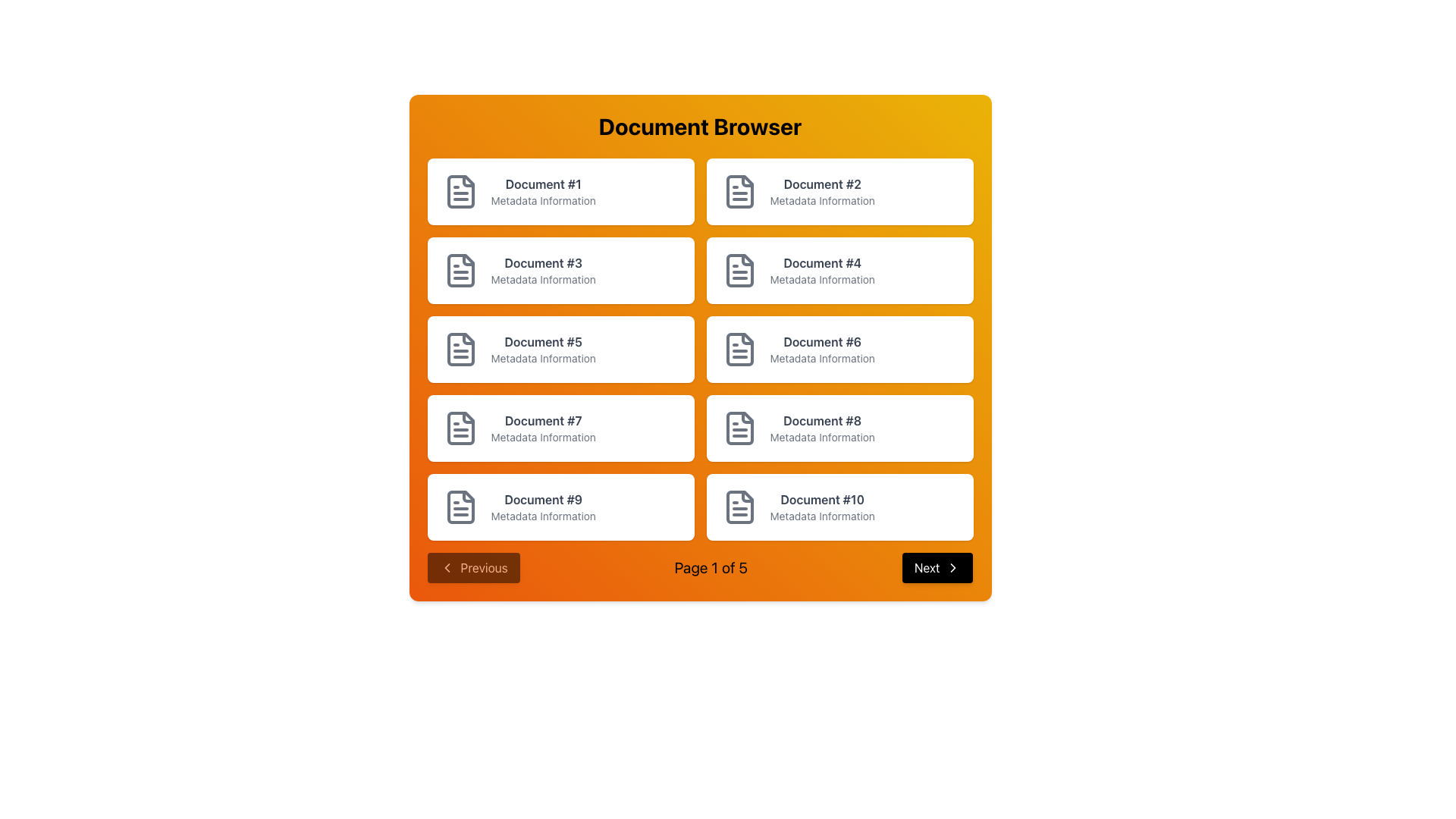  I want to click on the document icon representing 'Document #3', which is styled as an outlined file symbol with a folded corner and horizontal lines indicating text content, so click(460, 270).